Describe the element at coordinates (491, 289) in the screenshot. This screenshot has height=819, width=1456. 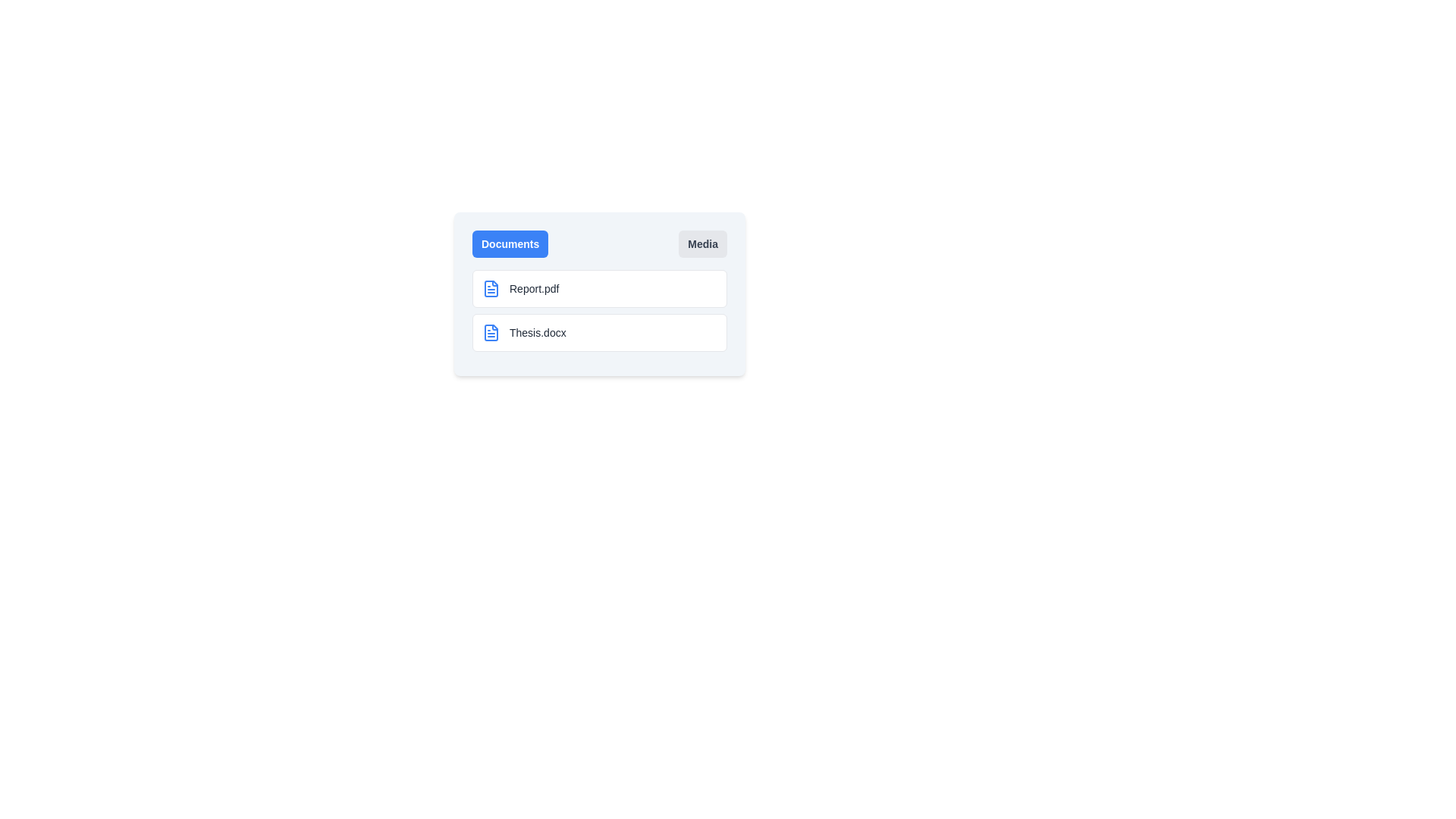
I see `the blue document icon representing 'Report.pdf', which is located at the leftmost side of the list item` at that location.